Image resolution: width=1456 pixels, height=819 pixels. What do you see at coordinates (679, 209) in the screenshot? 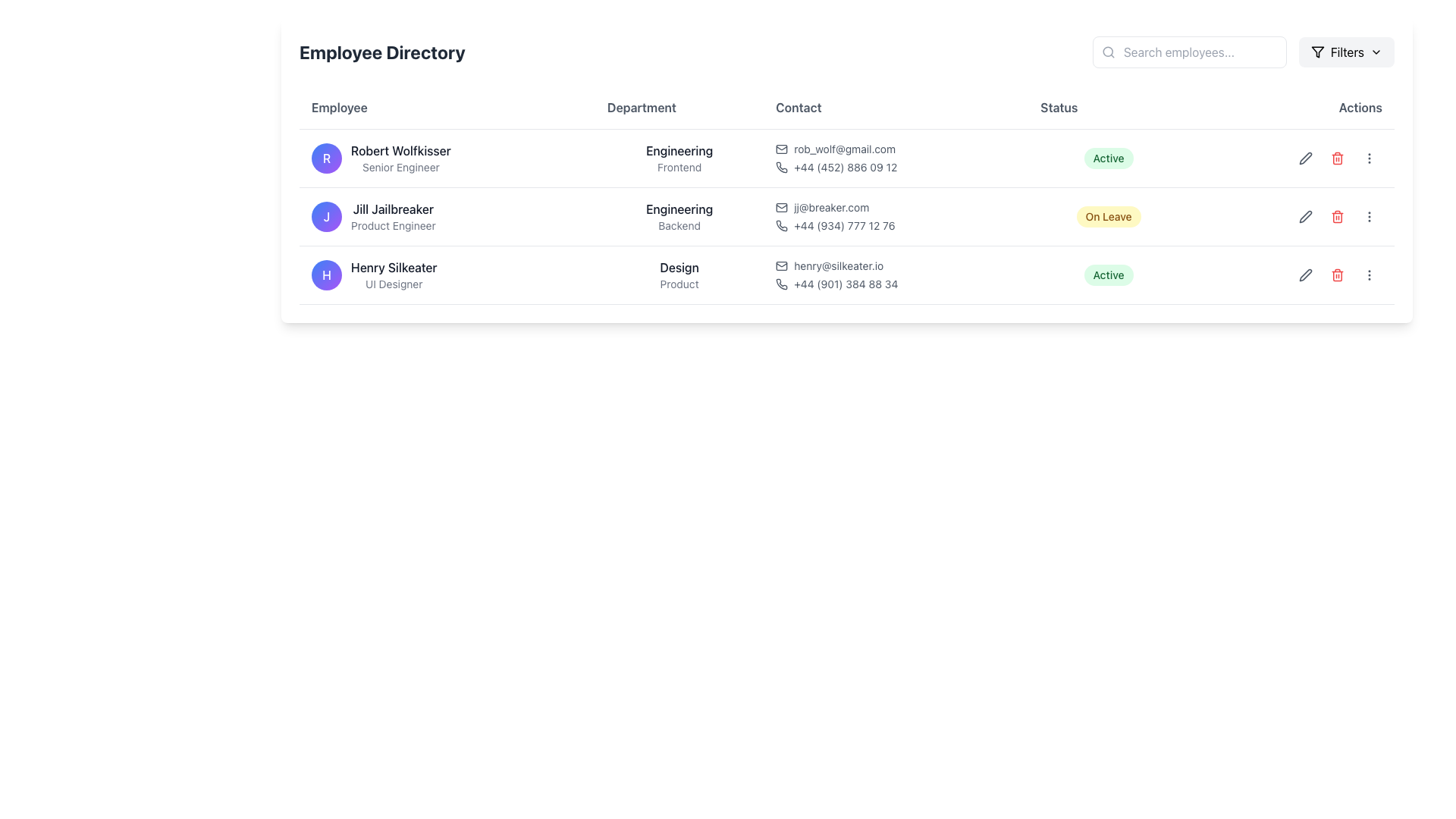
I see `the Static text label displaying 'Engineering' in the 'Department' column of the employee directory's second row` at bounding box center [679, 209].